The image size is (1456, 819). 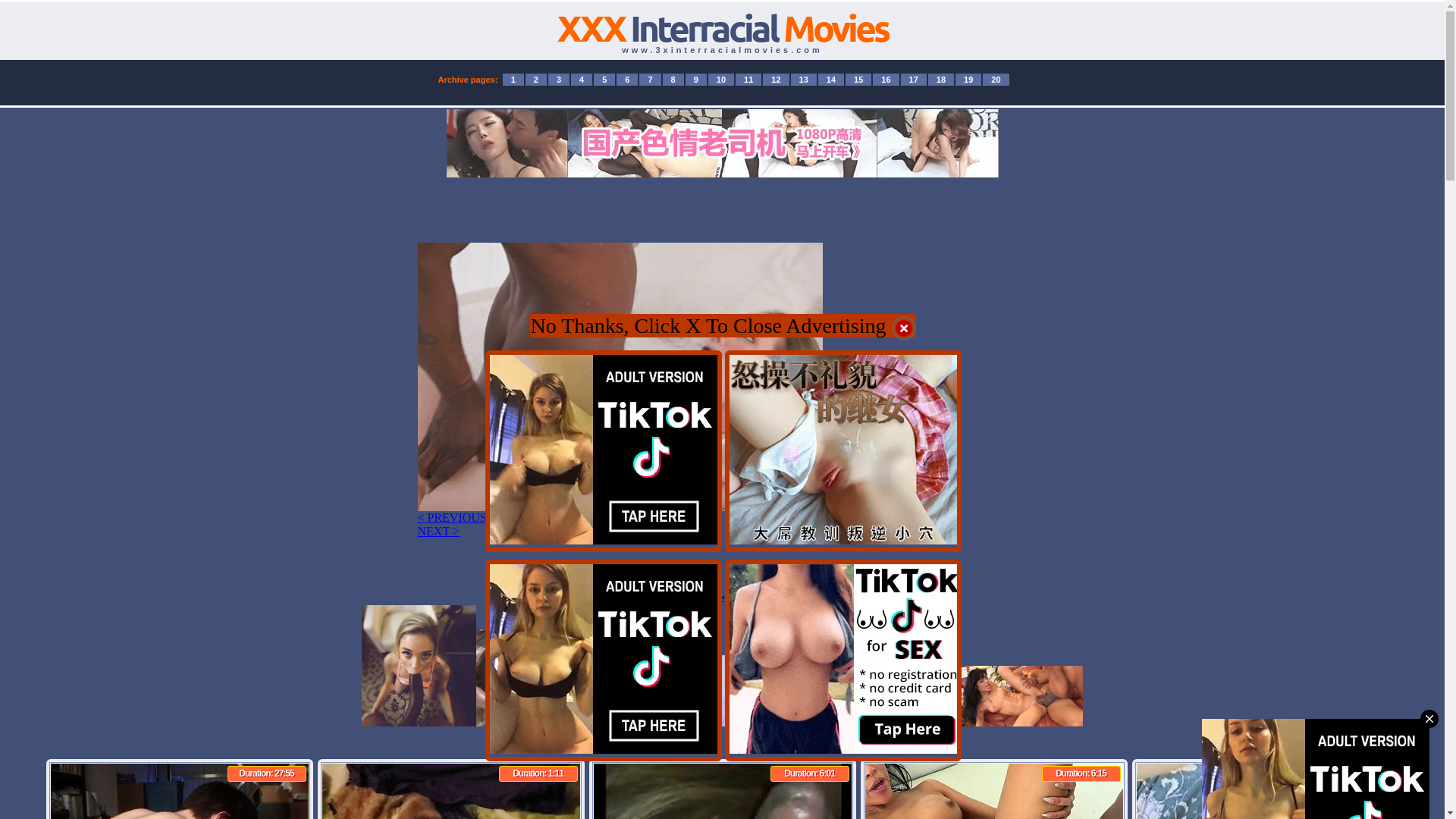 I want to click on '15', so click(x=858, y=79).